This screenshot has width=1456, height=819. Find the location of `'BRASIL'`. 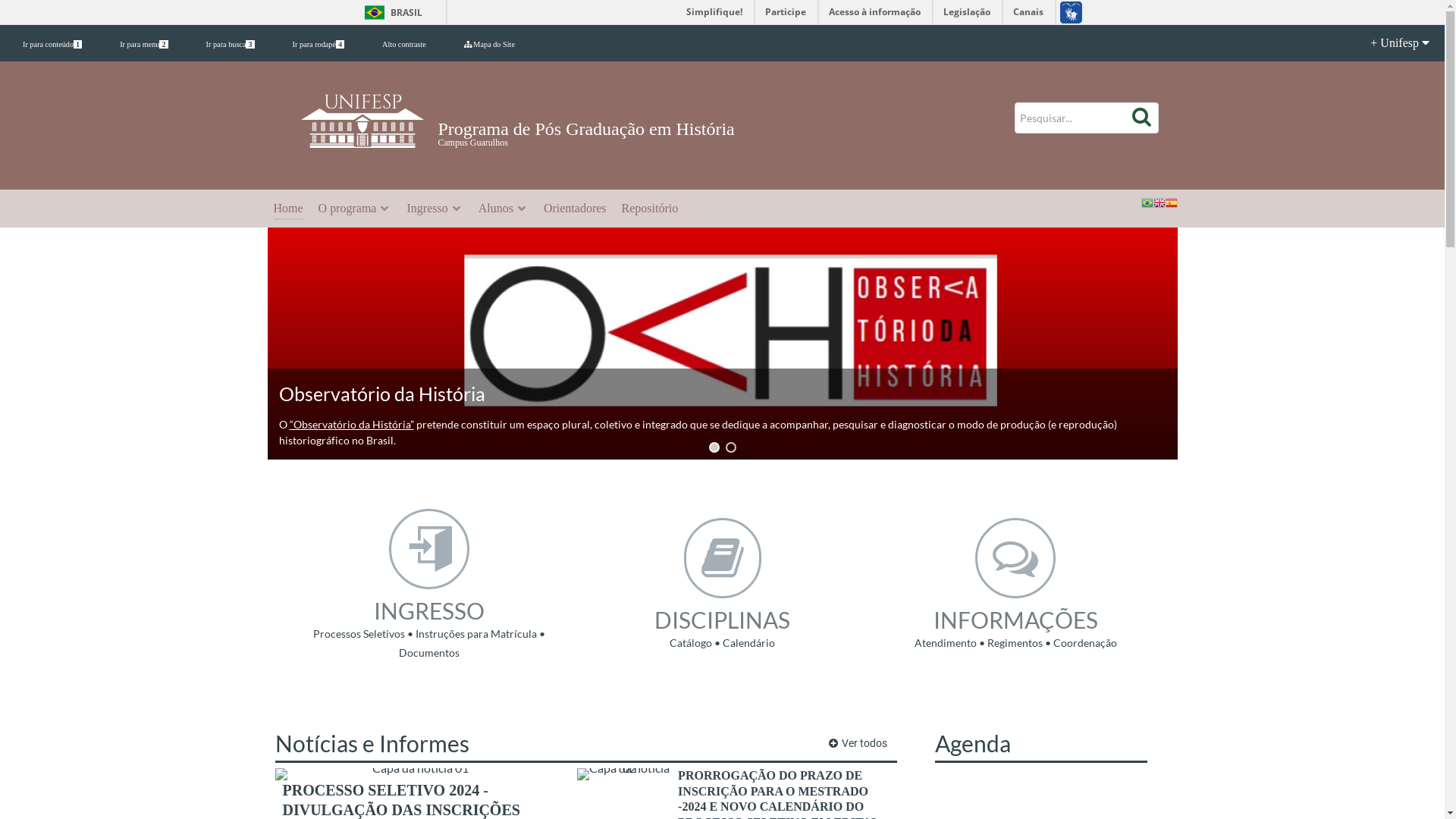

'BRASIL' is located at coordinates (356, 12).